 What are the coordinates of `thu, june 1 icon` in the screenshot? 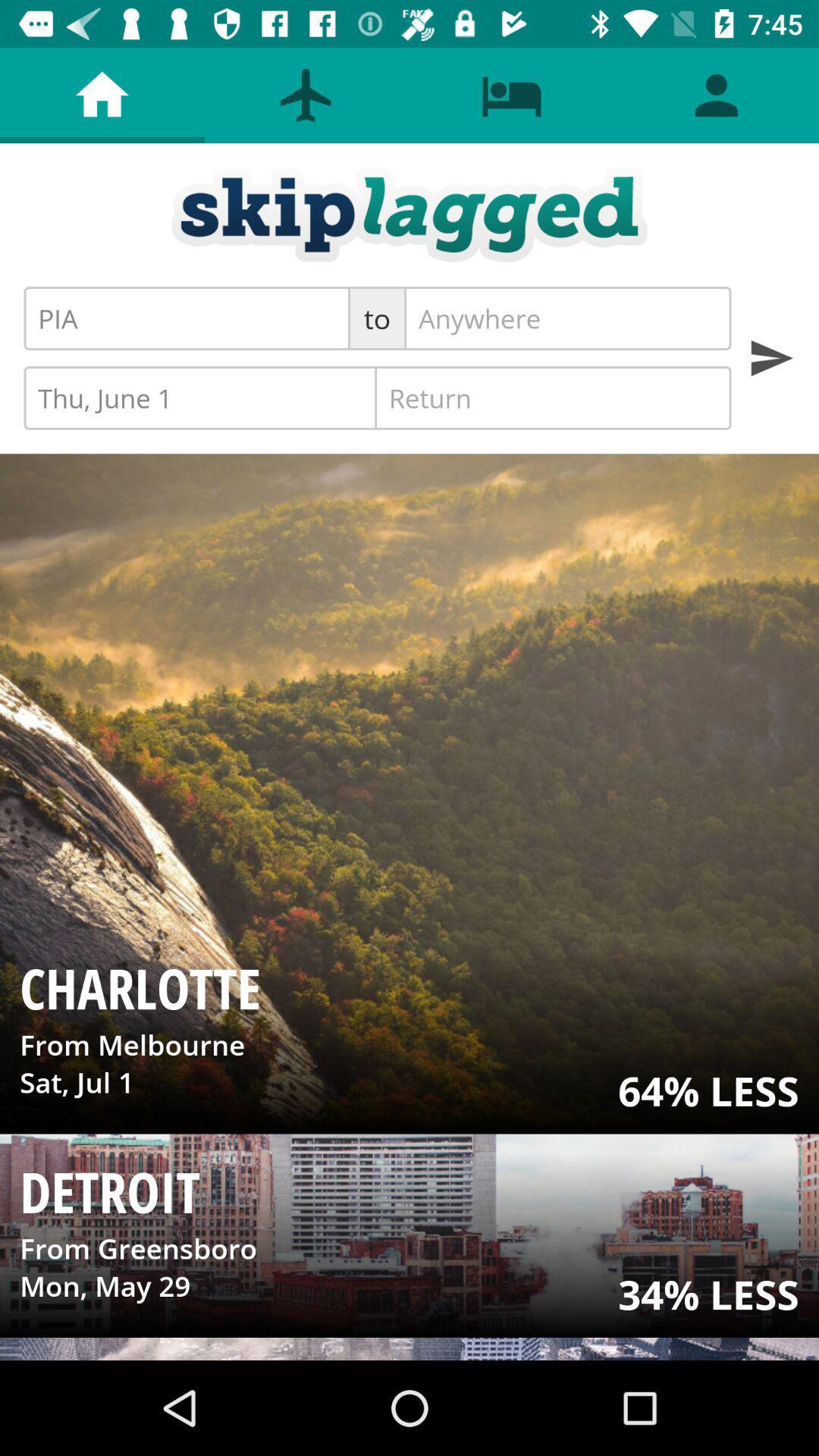 It's located at (201, 397).